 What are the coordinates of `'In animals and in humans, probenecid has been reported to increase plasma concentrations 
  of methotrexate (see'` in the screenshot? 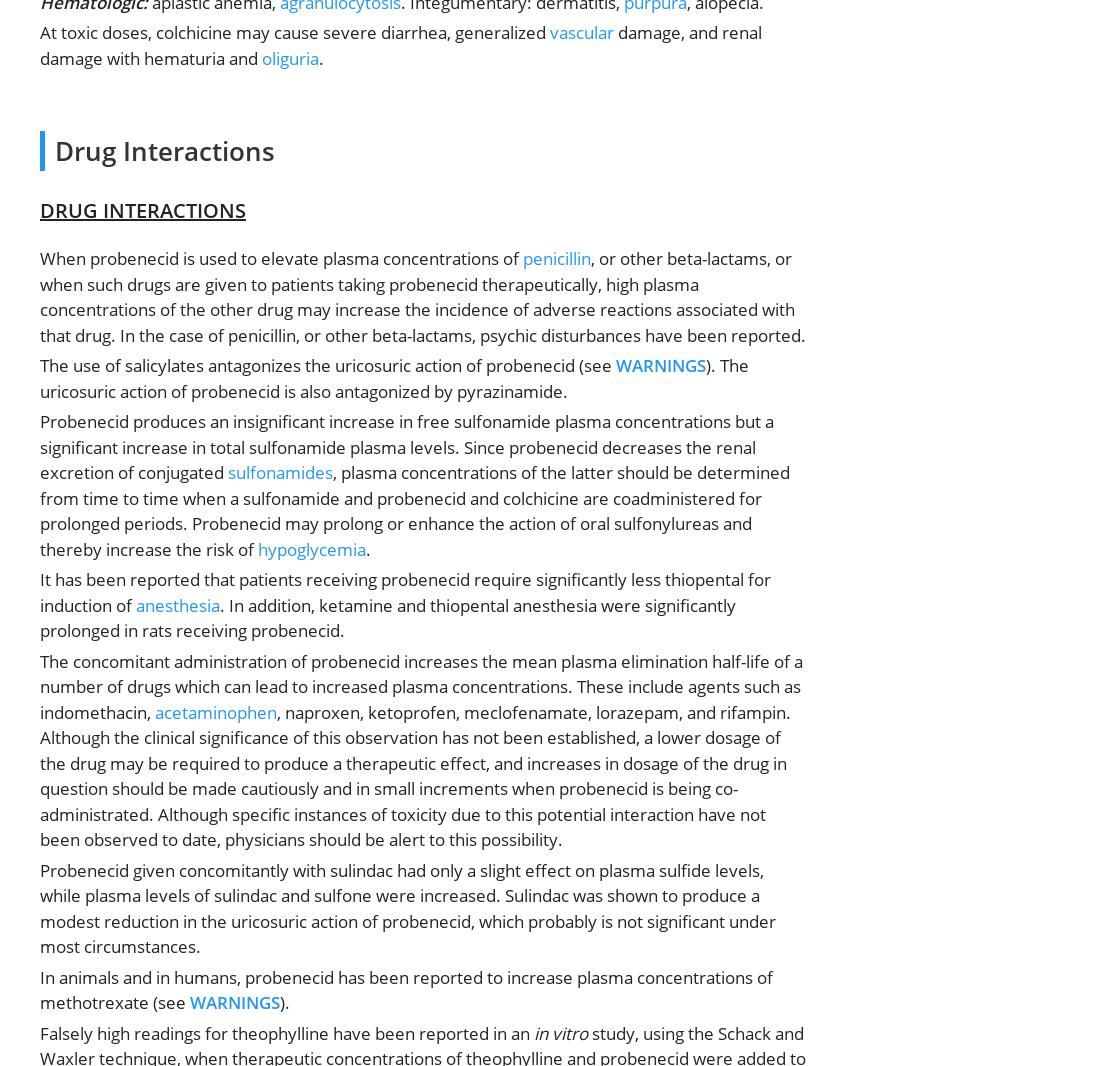 It's located at (405, 989).